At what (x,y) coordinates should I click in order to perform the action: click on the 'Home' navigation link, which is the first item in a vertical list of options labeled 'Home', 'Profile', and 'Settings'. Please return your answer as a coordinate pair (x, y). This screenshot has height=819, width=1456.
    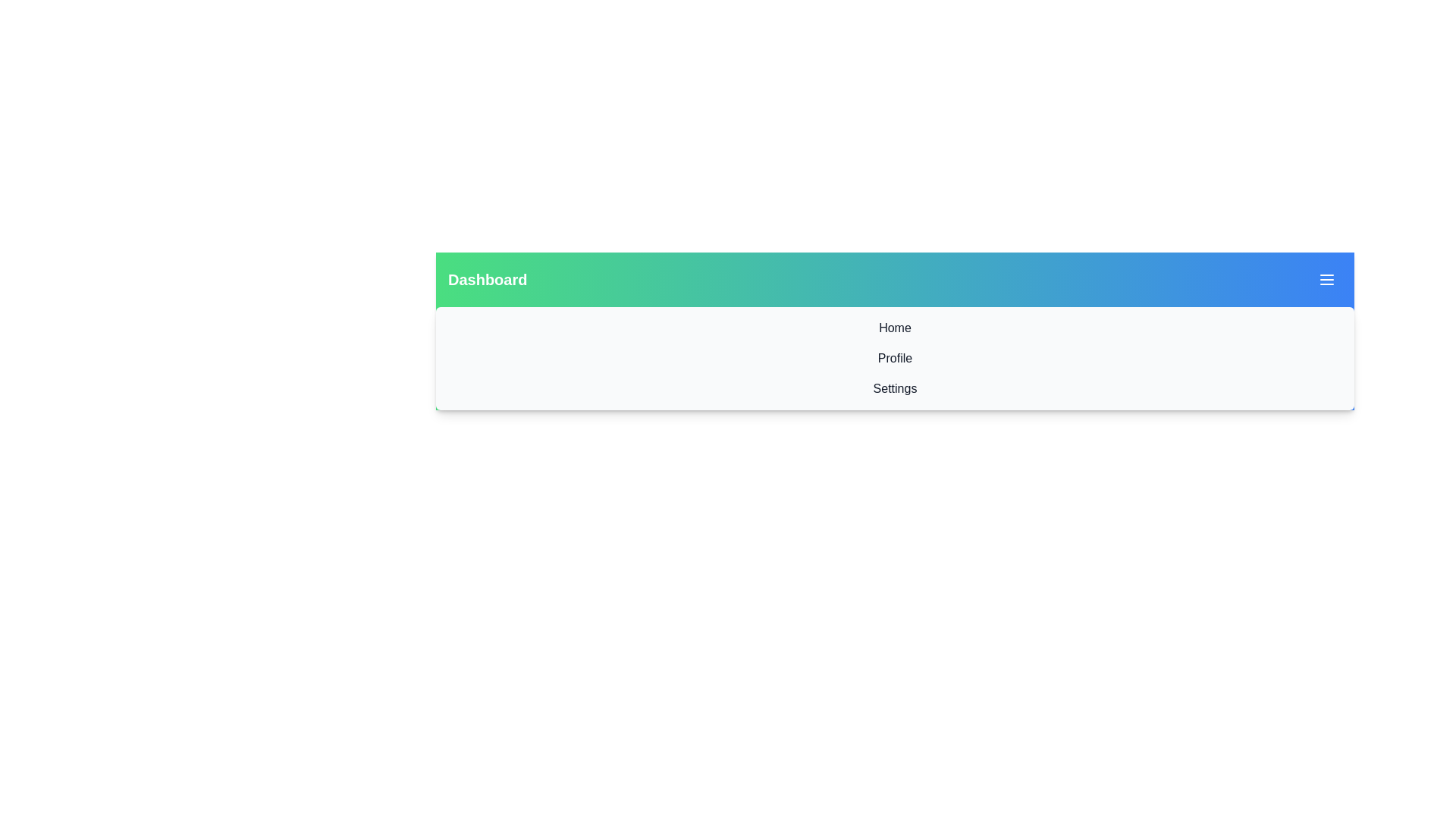
    Looking at the image, I should click on (895, 327).